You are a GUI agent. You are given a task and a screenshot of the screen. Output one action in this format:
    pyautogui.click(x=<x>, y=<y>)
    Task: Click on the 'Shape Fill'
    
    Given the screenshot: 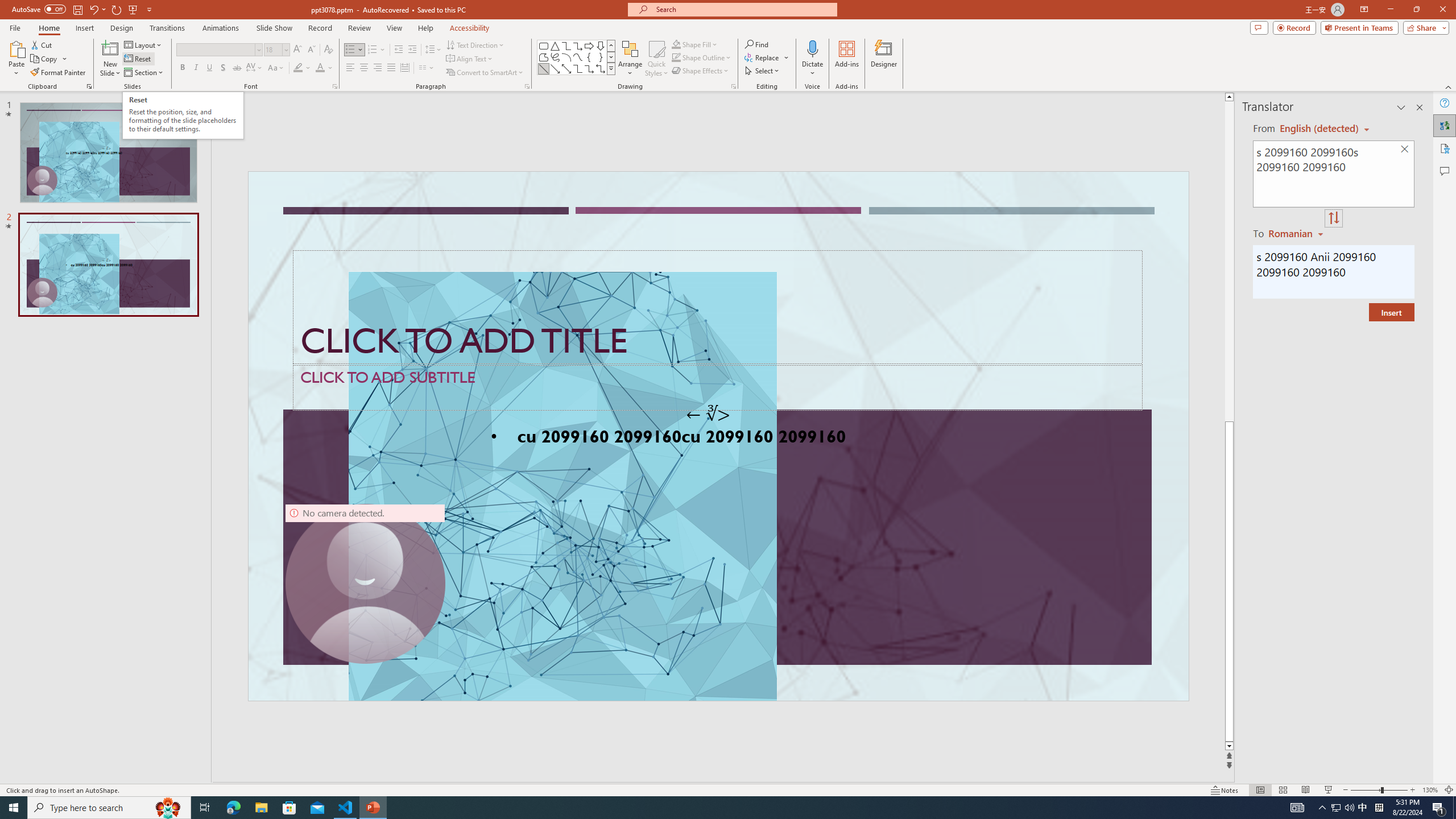 What is the action you would take?
    pyautogui.click(x=695, y=44)
    